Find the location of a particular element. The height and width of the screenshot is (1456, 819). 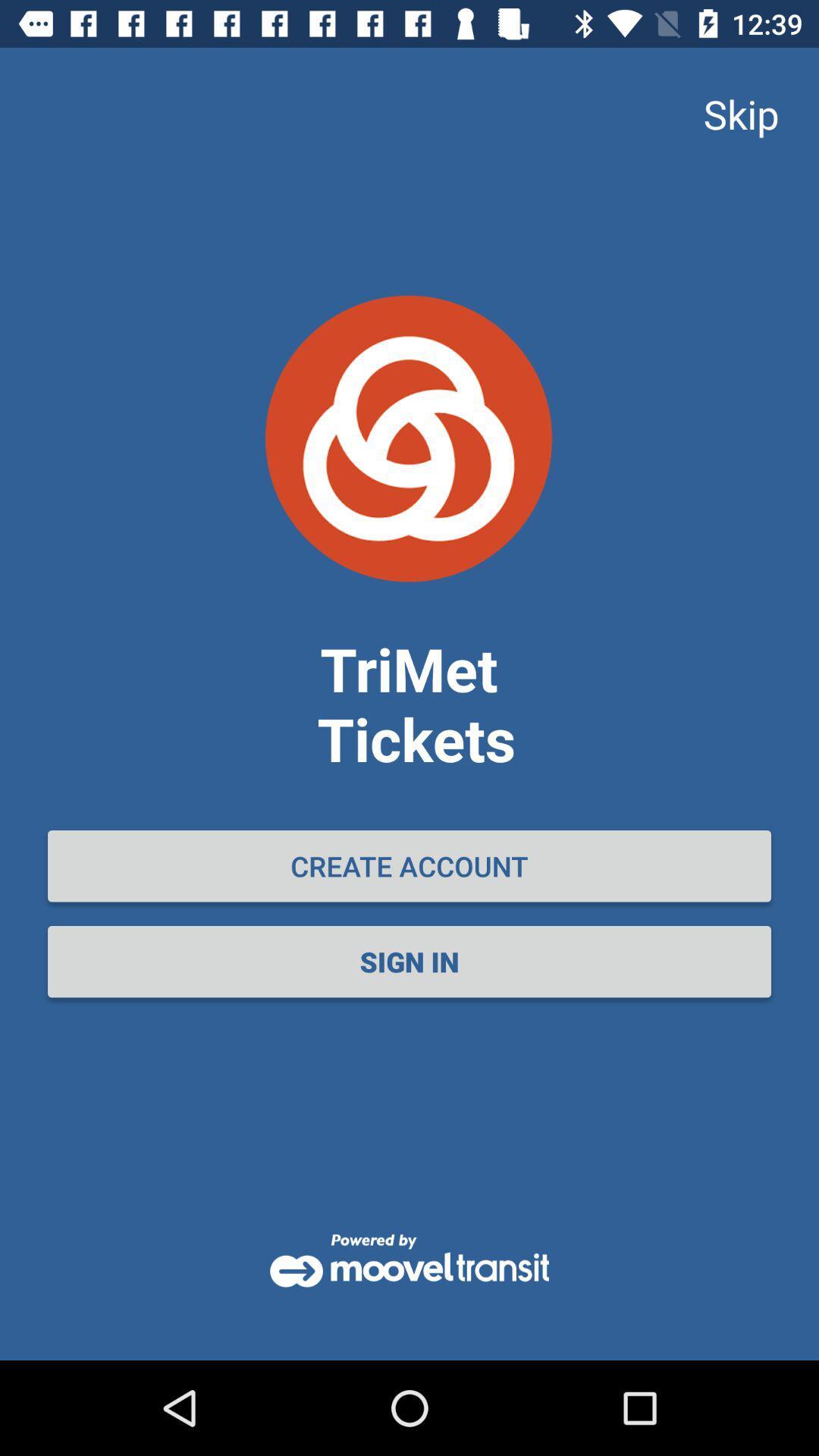

the sign in item is located at coordinates (409, 961).